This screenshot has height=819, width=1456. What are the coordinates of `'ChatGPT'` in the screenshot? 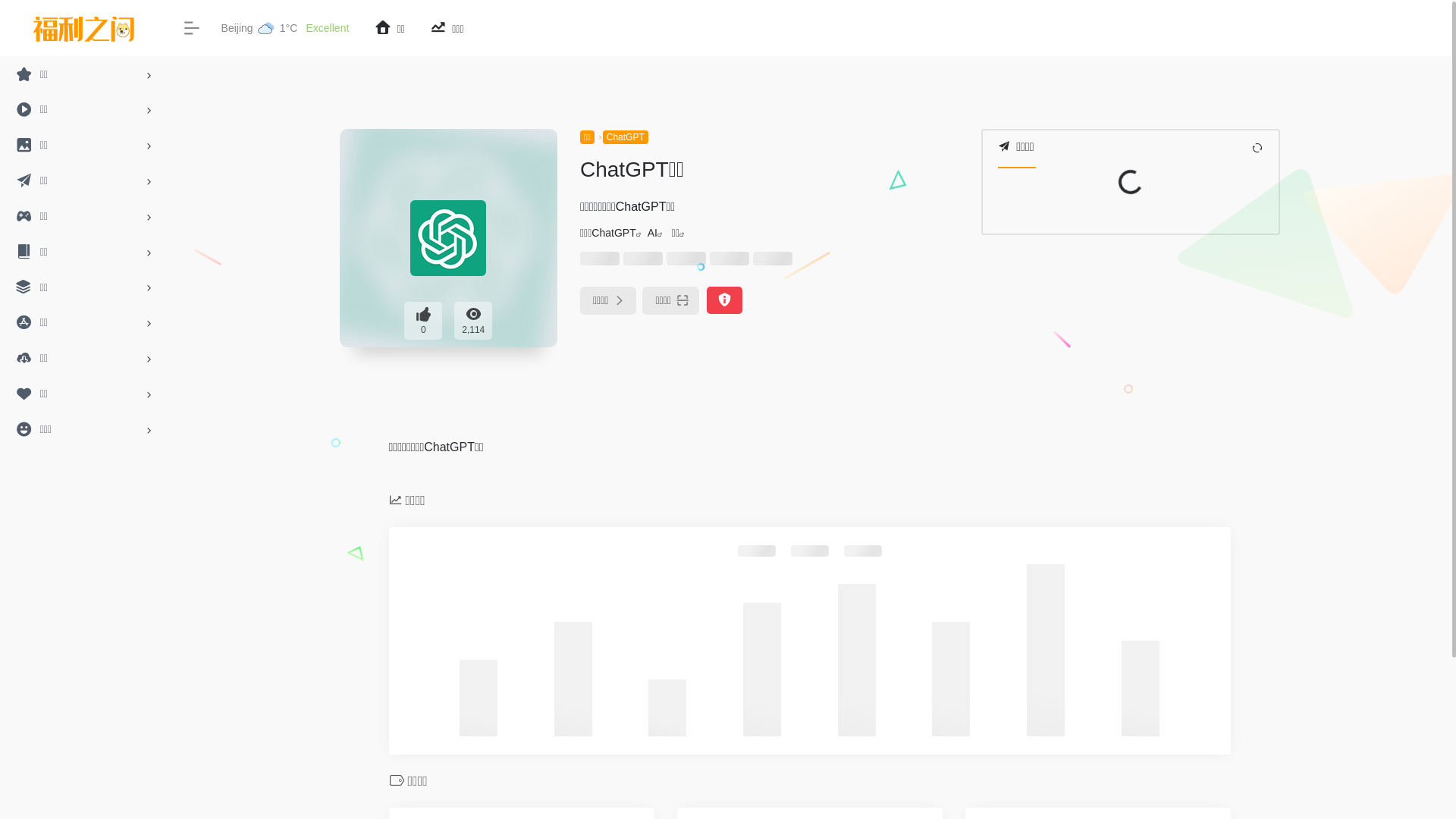 It's located at (626, 137).